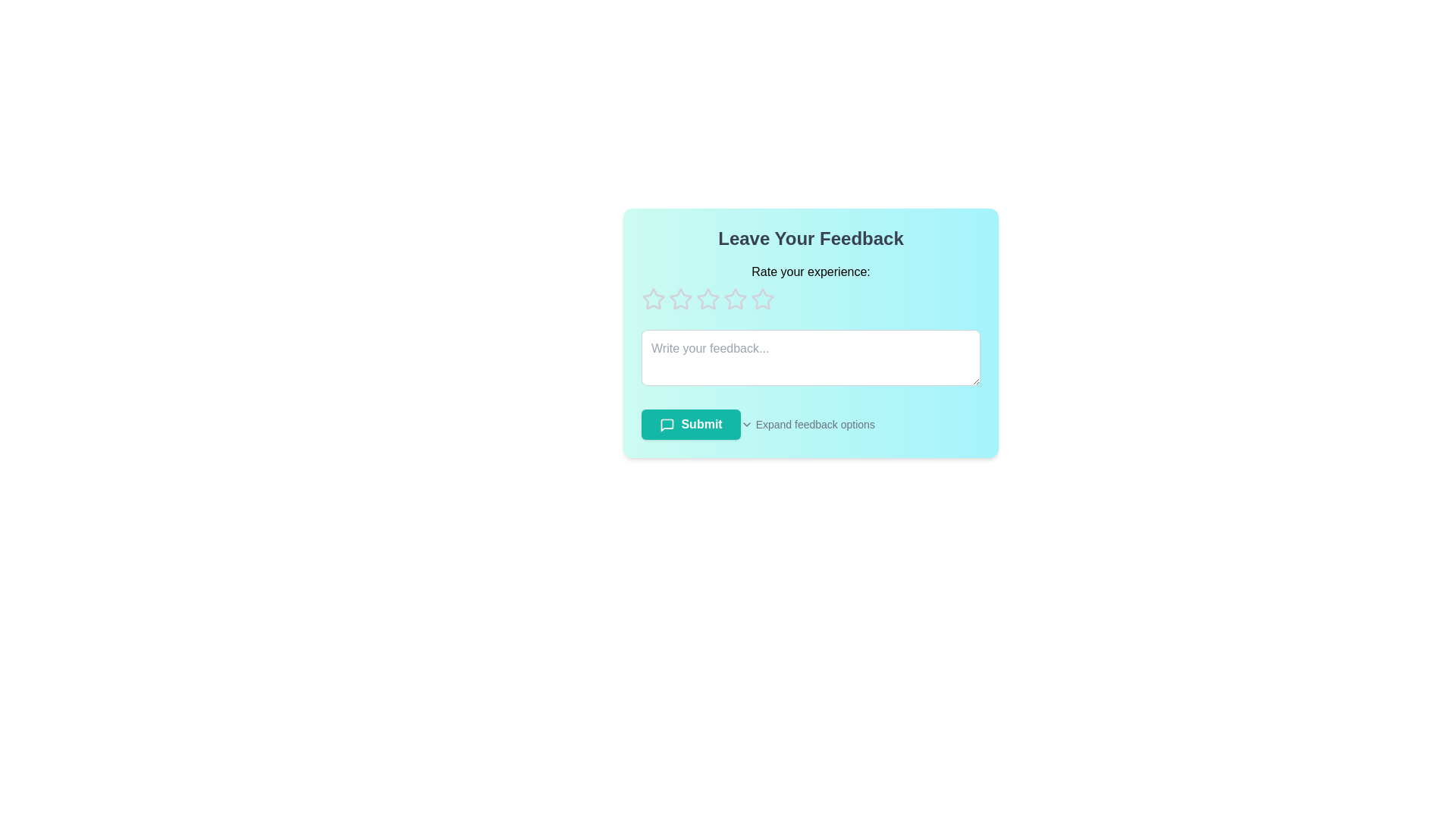 The image size is (1456, 819). I want to click on the label that prompts users to provide a rating of their experience, located below the title 'Leave Your Feedback' and above the star icons in the feedback form, so click(810, 271).